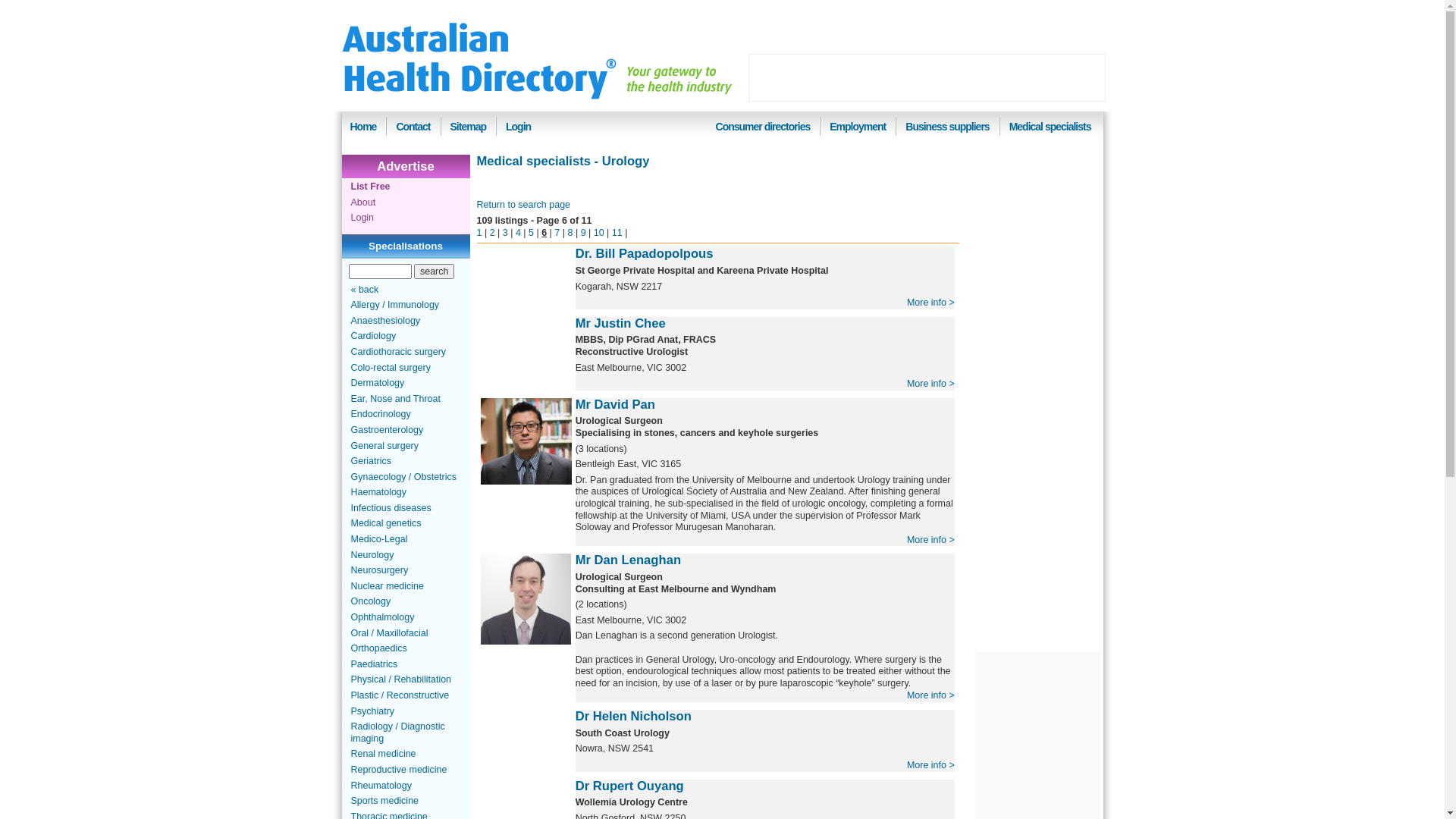  What do you see at coordinates (390, 508) in the screenshot?
I see `'Infectious diseases'` at bounding box center [390, 508].